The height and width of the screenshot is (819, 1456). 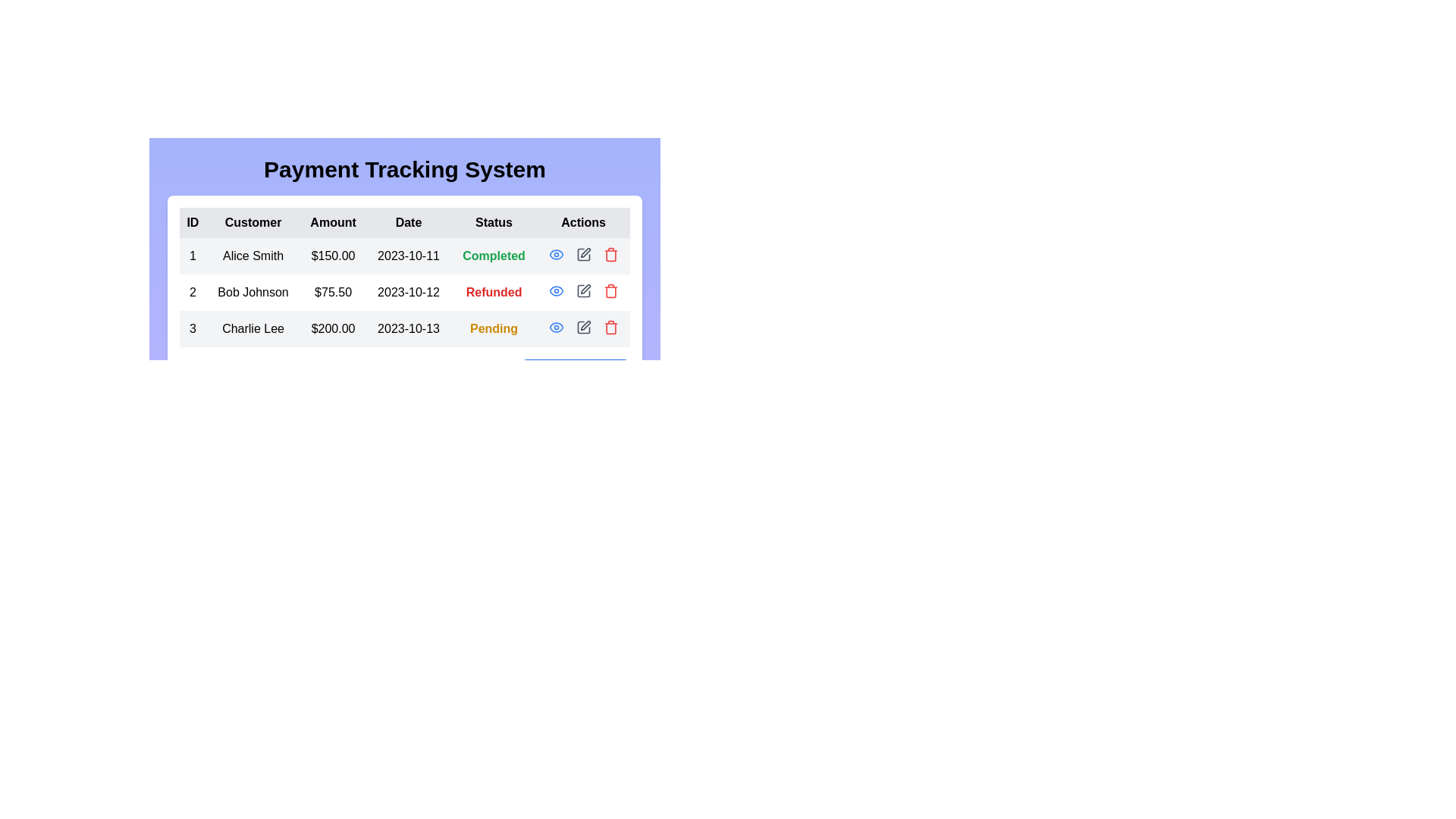 What do you see at coordinates (555, 327) in the screenshot?
I see `the icon button located in the 'Actions' column of the third row in the tabular interface` at bounding box center [555, 327].